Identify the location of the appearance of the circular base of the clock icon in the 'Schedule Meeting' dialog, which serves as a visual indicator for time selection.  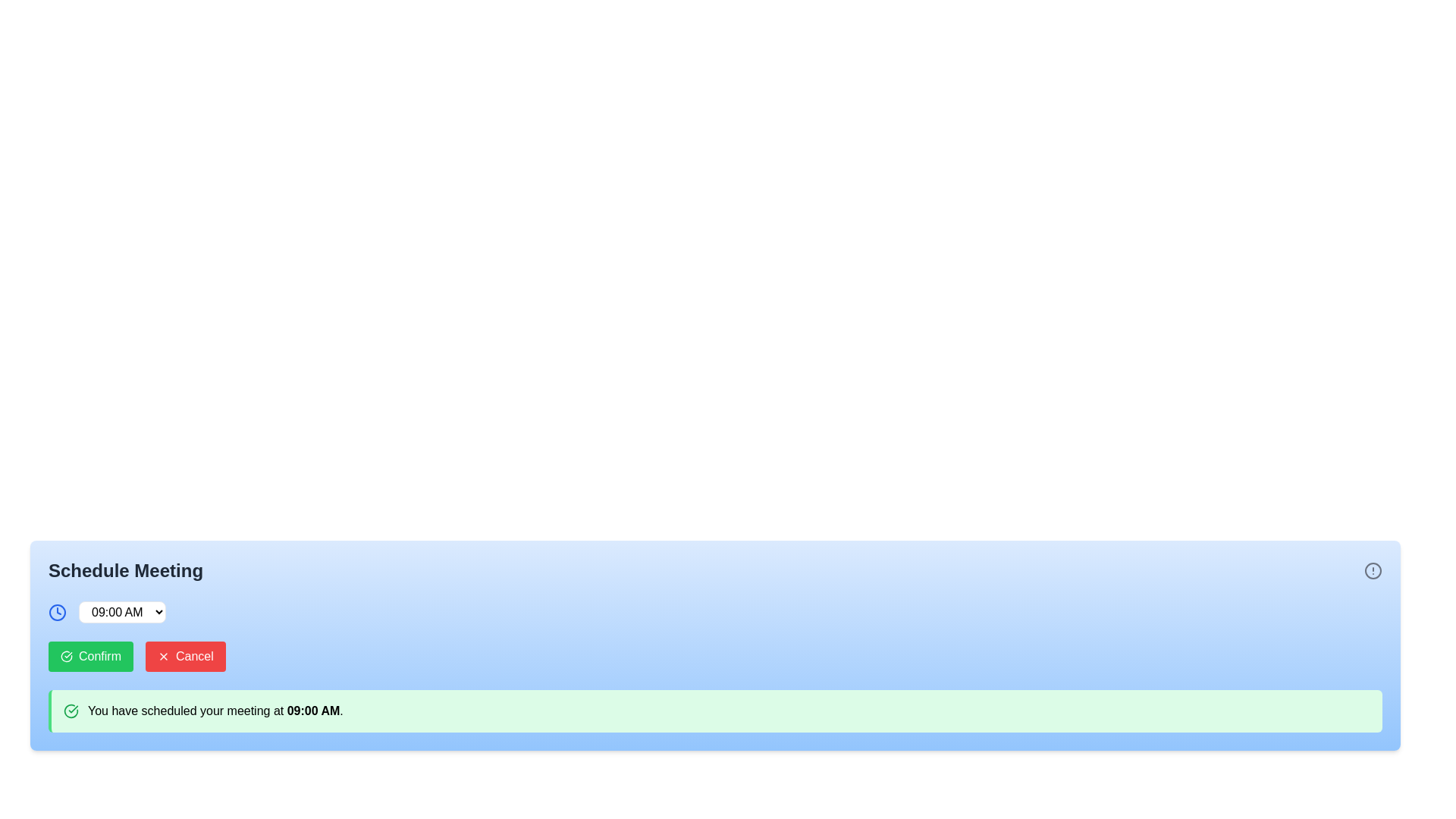
(58, 611).